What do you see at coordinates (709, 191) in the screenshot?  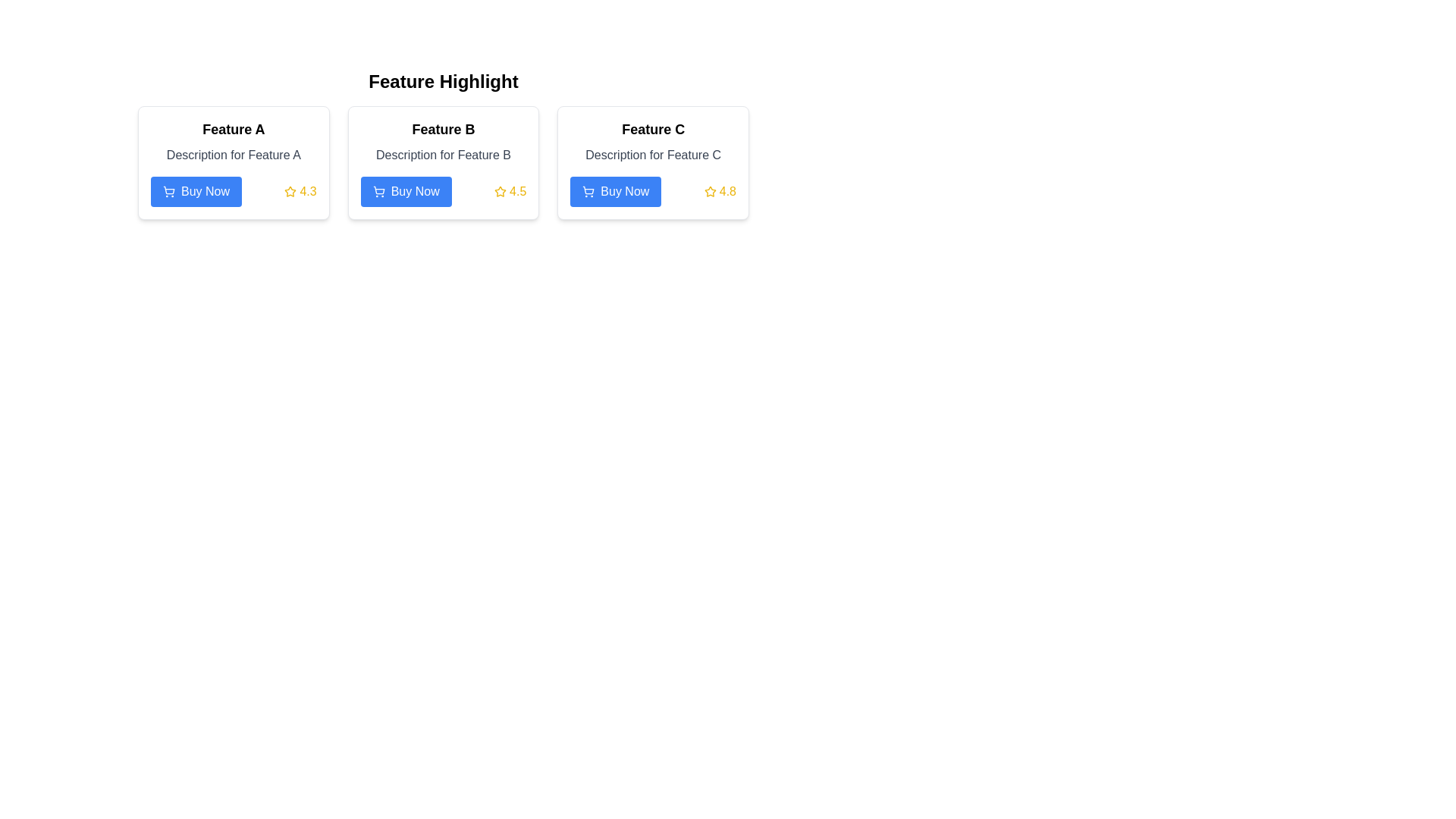 I see `the yellow star icon representing a rating, located next to the numeric score '4.8' in the 'Feature C' card, for tooltip display` at bounding box center [709, 191].